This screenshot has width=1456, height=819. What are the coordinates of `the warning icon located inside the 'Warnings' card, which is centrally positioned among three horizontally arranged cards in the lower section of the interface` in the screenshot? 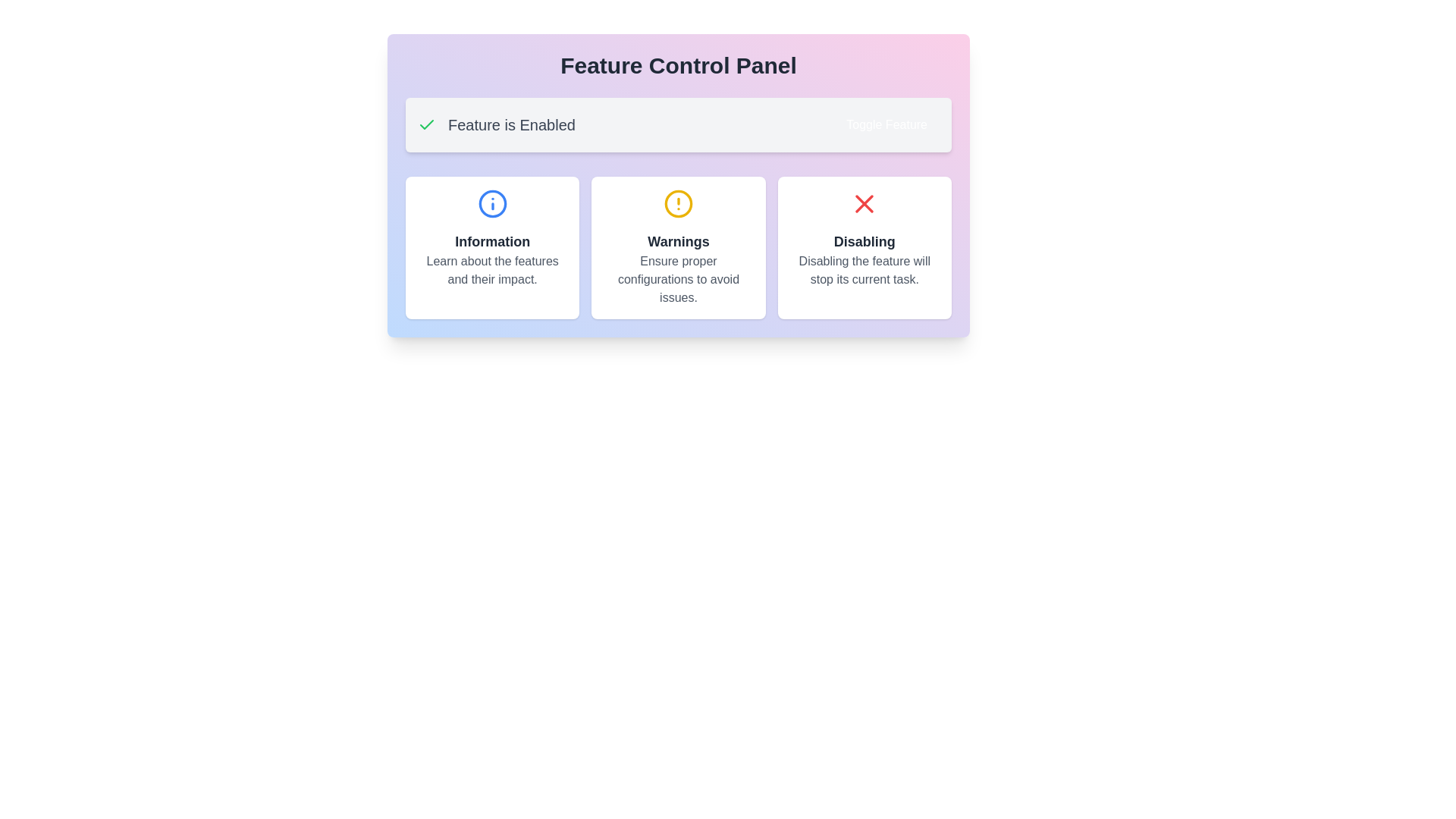 It's located at (677, 203).